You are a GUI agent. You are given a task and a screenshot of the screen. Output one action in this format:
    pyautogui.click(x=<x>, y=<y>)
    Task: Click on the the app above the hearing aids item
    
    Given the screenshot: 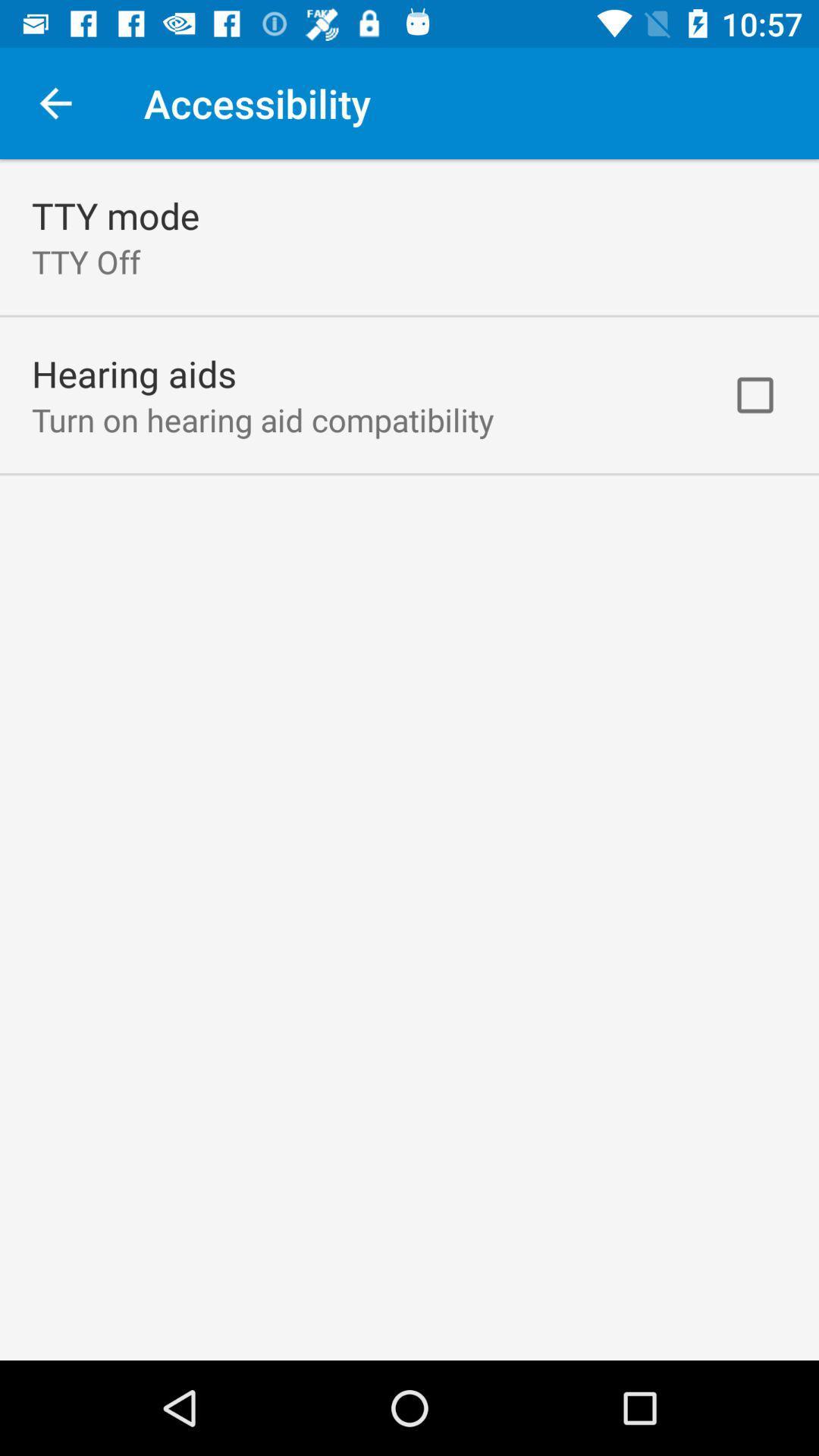 What is the action you would take?
    pyautogui.click(x=86, y=262)
    